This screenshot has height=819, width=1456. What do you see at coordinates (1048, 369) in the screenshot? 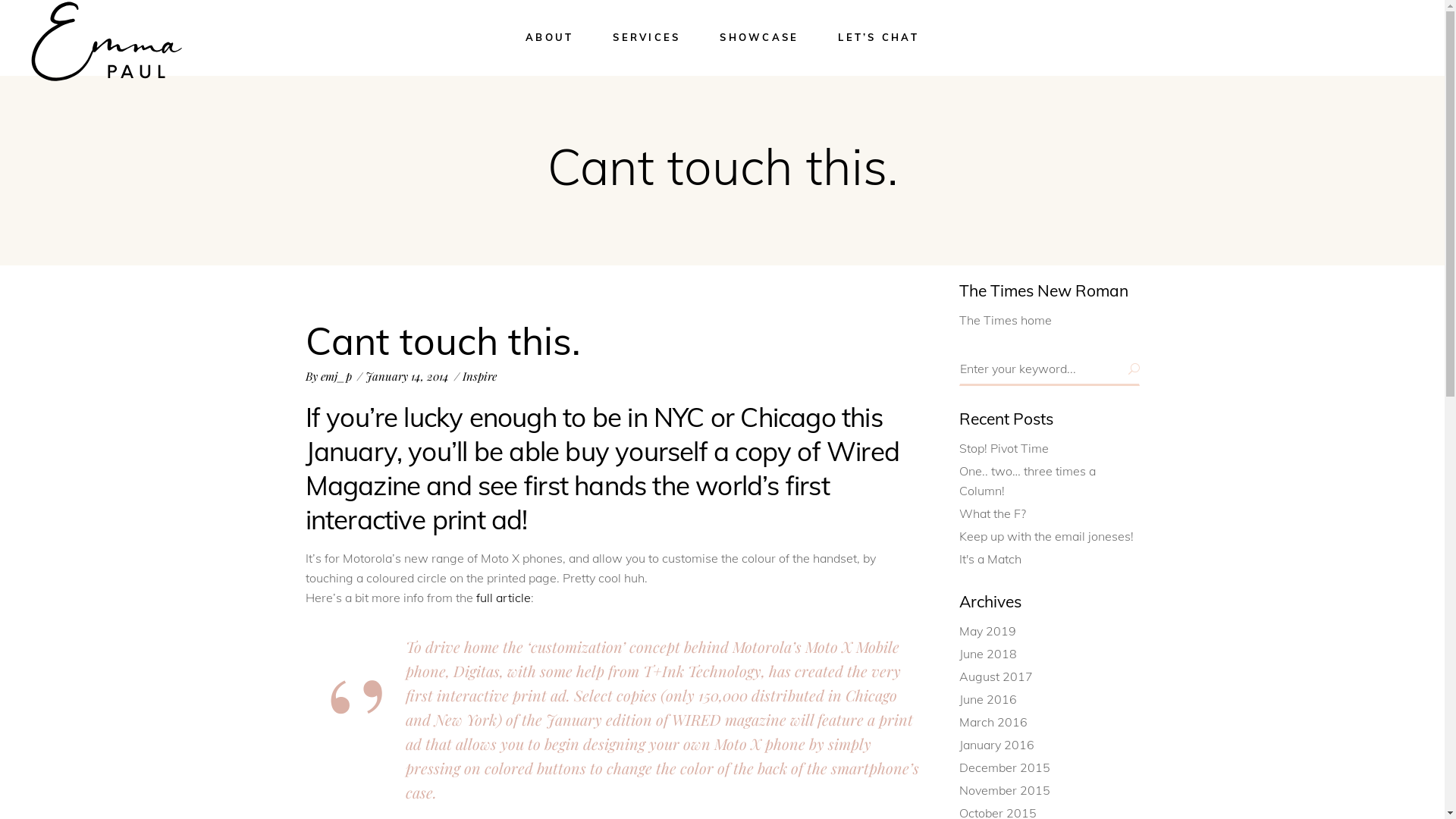
I see `'Search for:'` at bounding box center [1048, 369].